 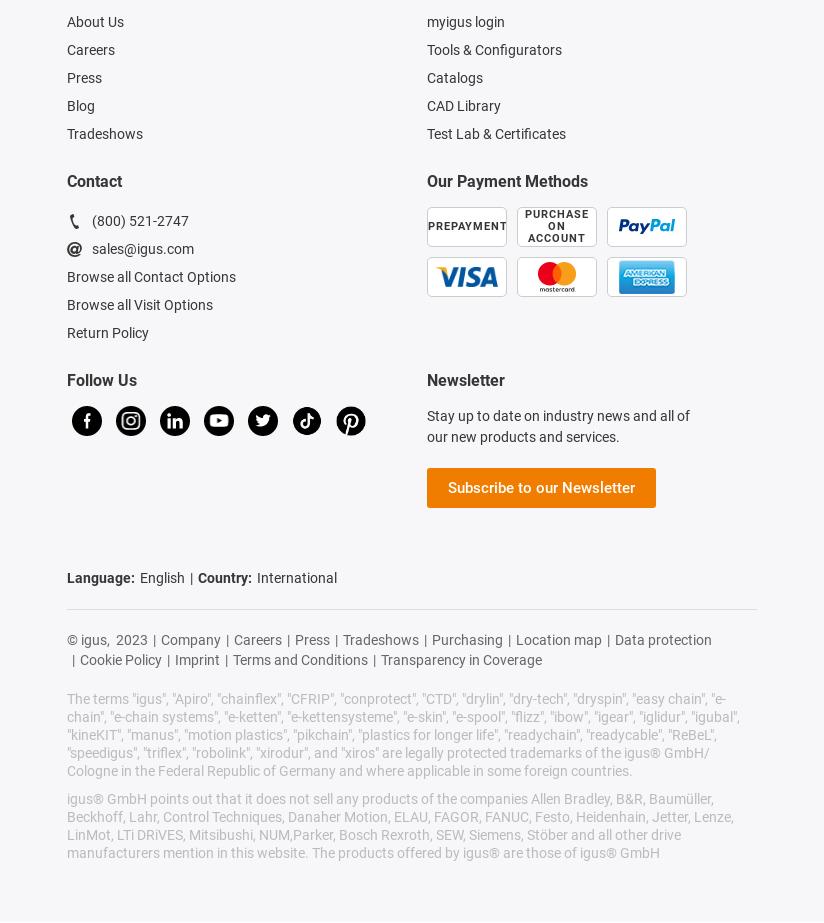 I want to click on 'Cookie Policy', so click(x=120, y=659).